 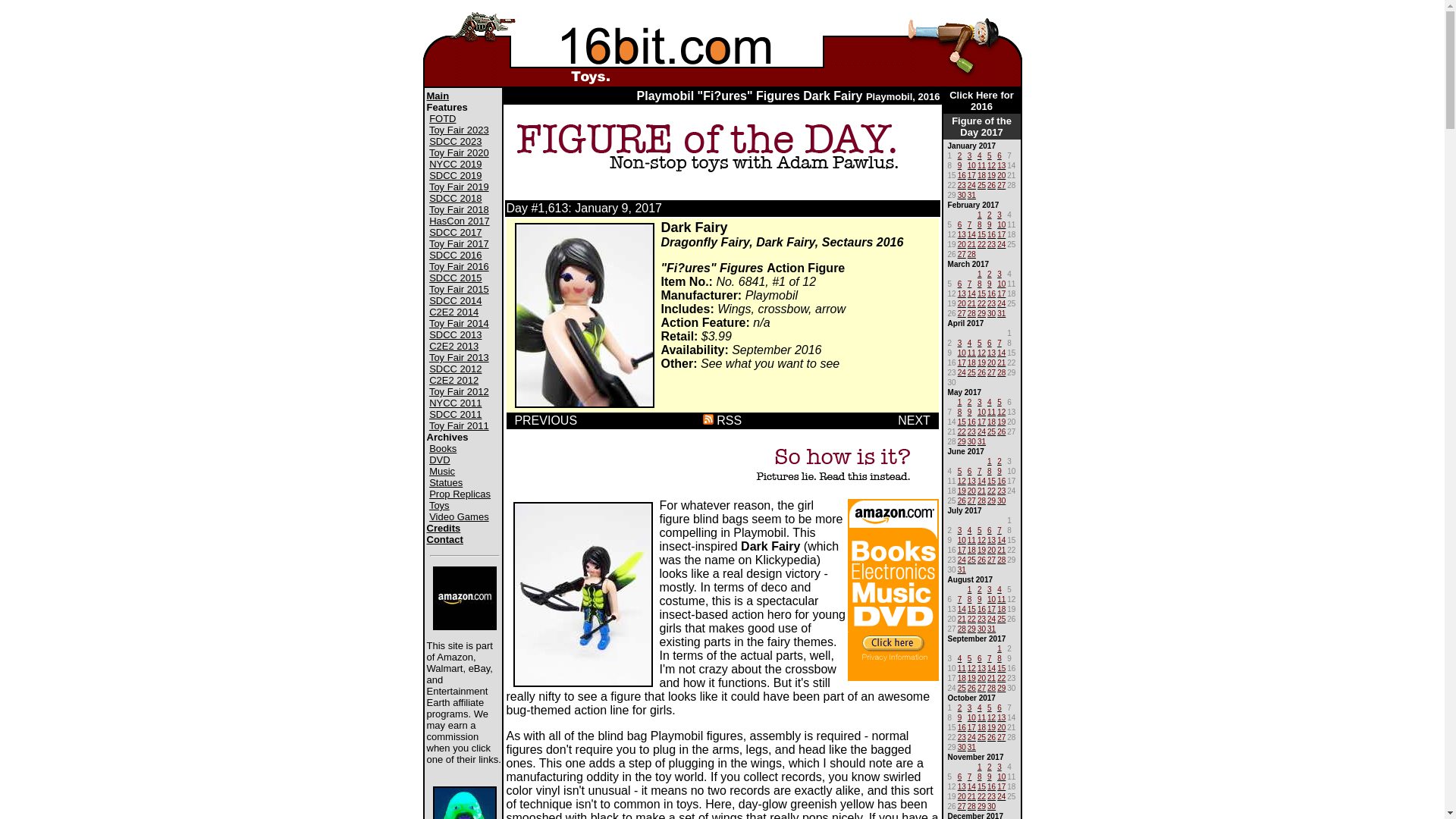 What do you see at coordinates (977, 499) in the screenshot?
I see `'28'` at bounding box center [977, 499].